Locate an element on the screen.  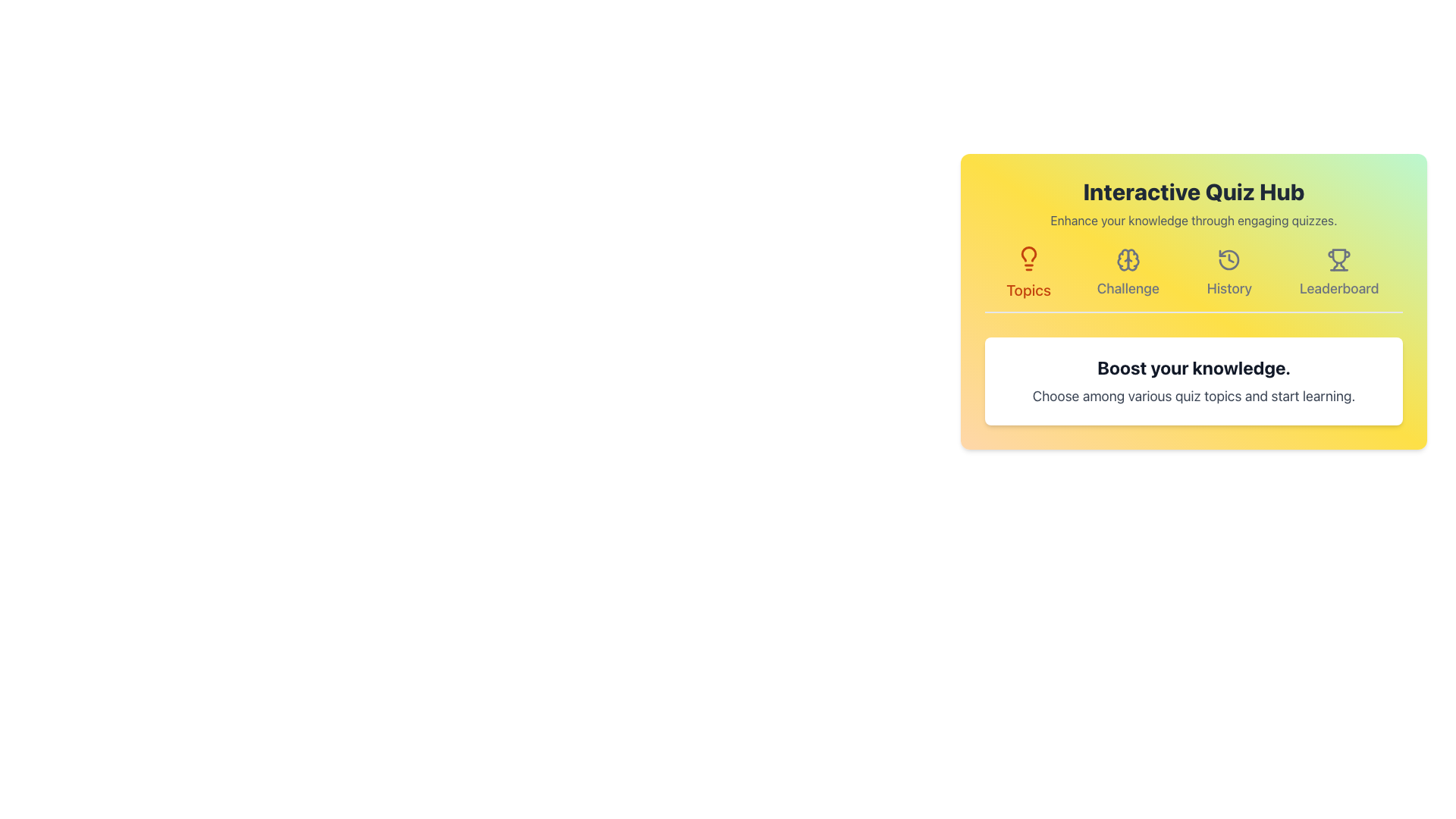
the 'Leaderboard' icon, which is the fourth icon from the left in the header section of the 'Interactive Quiz Hub', located to the right of the 'History' icon is located at coordinates (1339, 259).